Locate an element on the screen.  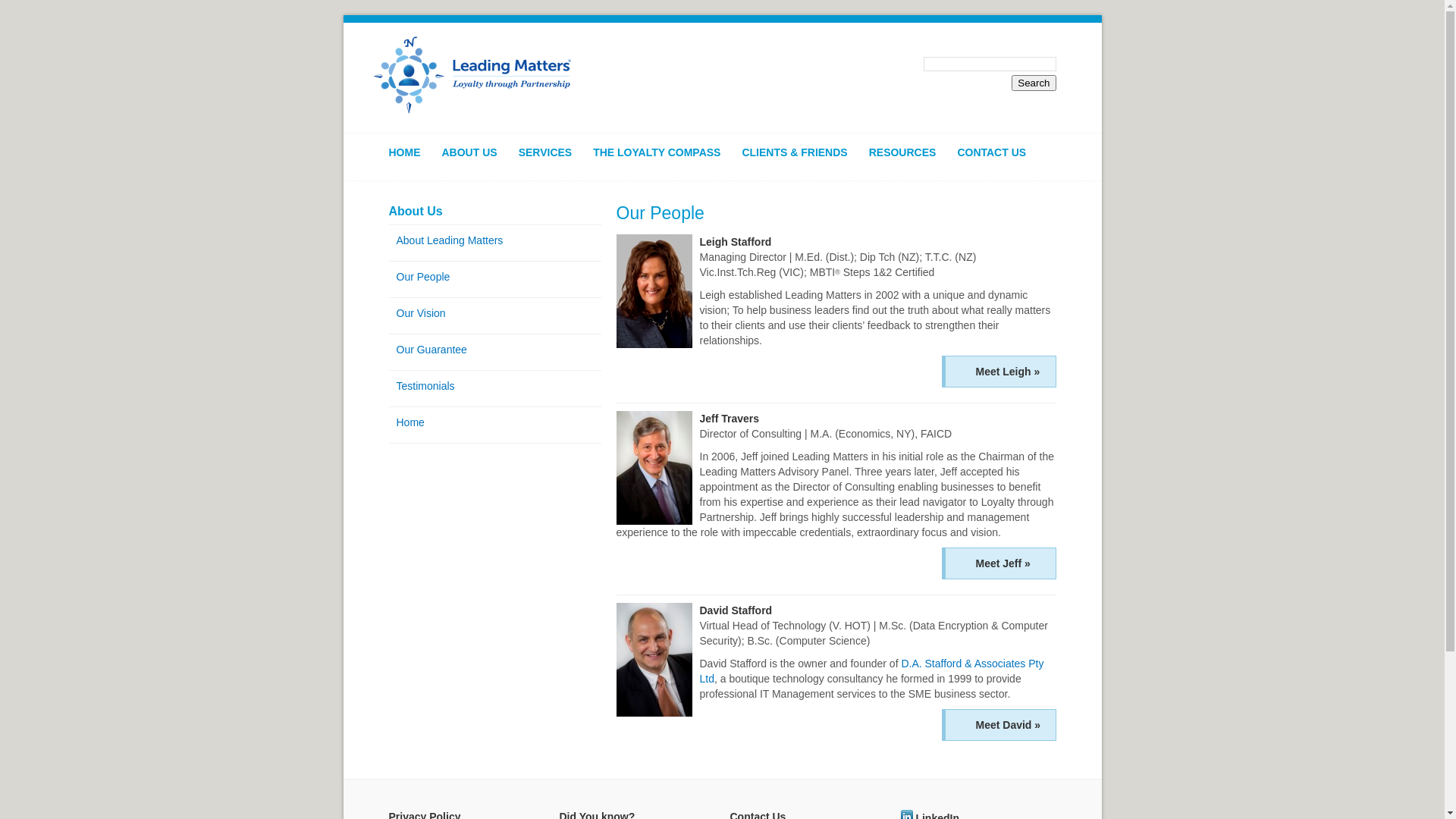
'SERVICES' is located at coordinates (552, 160).